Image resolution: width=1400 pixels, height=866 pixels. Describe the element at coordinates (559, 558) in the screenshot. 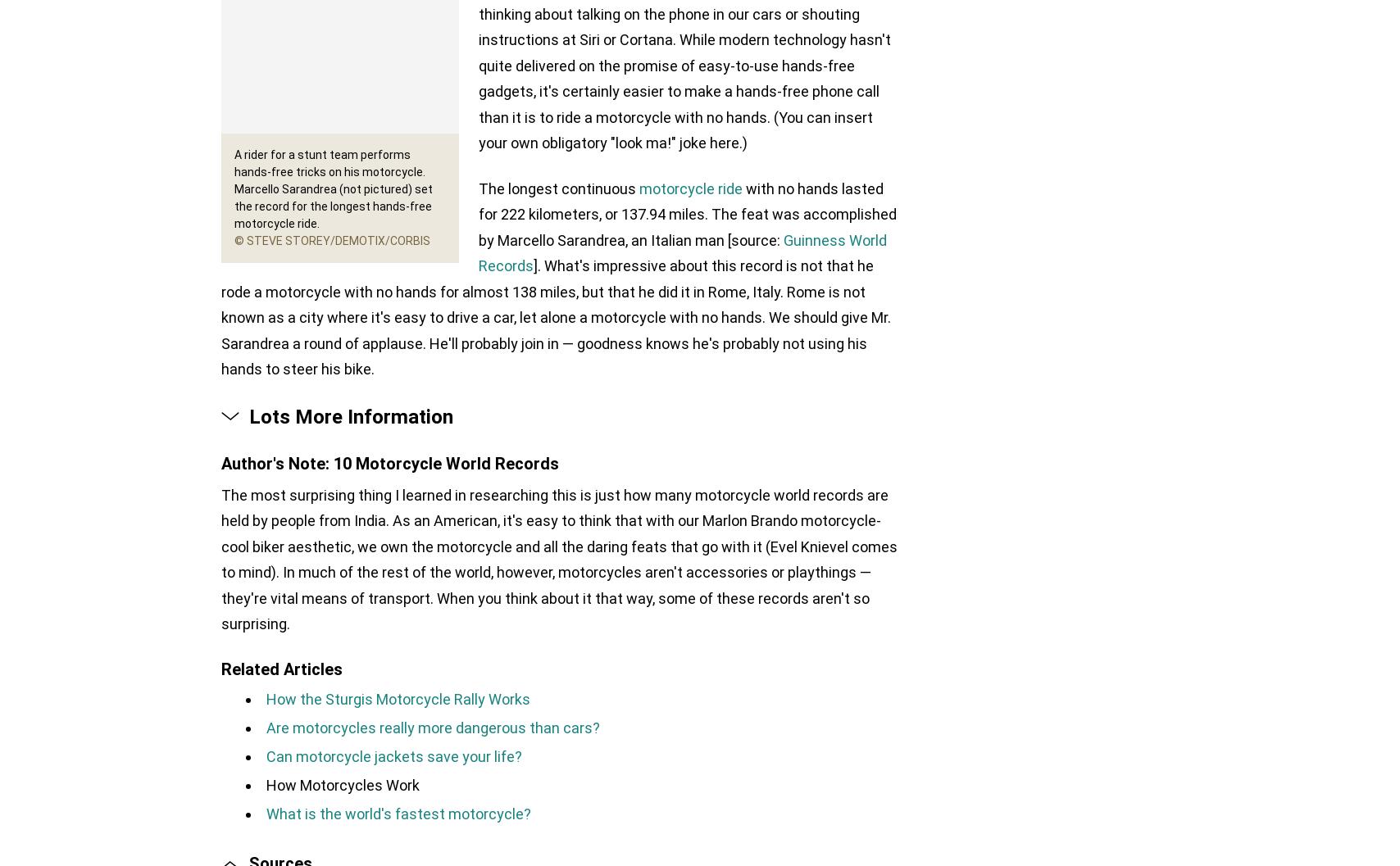

I see `'The most surprising thing I learned in researching this is just how many motorcycle world records are held by people from India. As an American, it's easy to think that with our Marlon Brando motorcycle-cool biker aesthetic, we own the motorcycle and all the daring feats that go with it (Evel Knievel comes to mind). In much of the rest of the world, however, motorcycles aren't accessories or playthings — they're vital means of transport. When you think about it that way, some of these records aren't so surprising.'` at that location.